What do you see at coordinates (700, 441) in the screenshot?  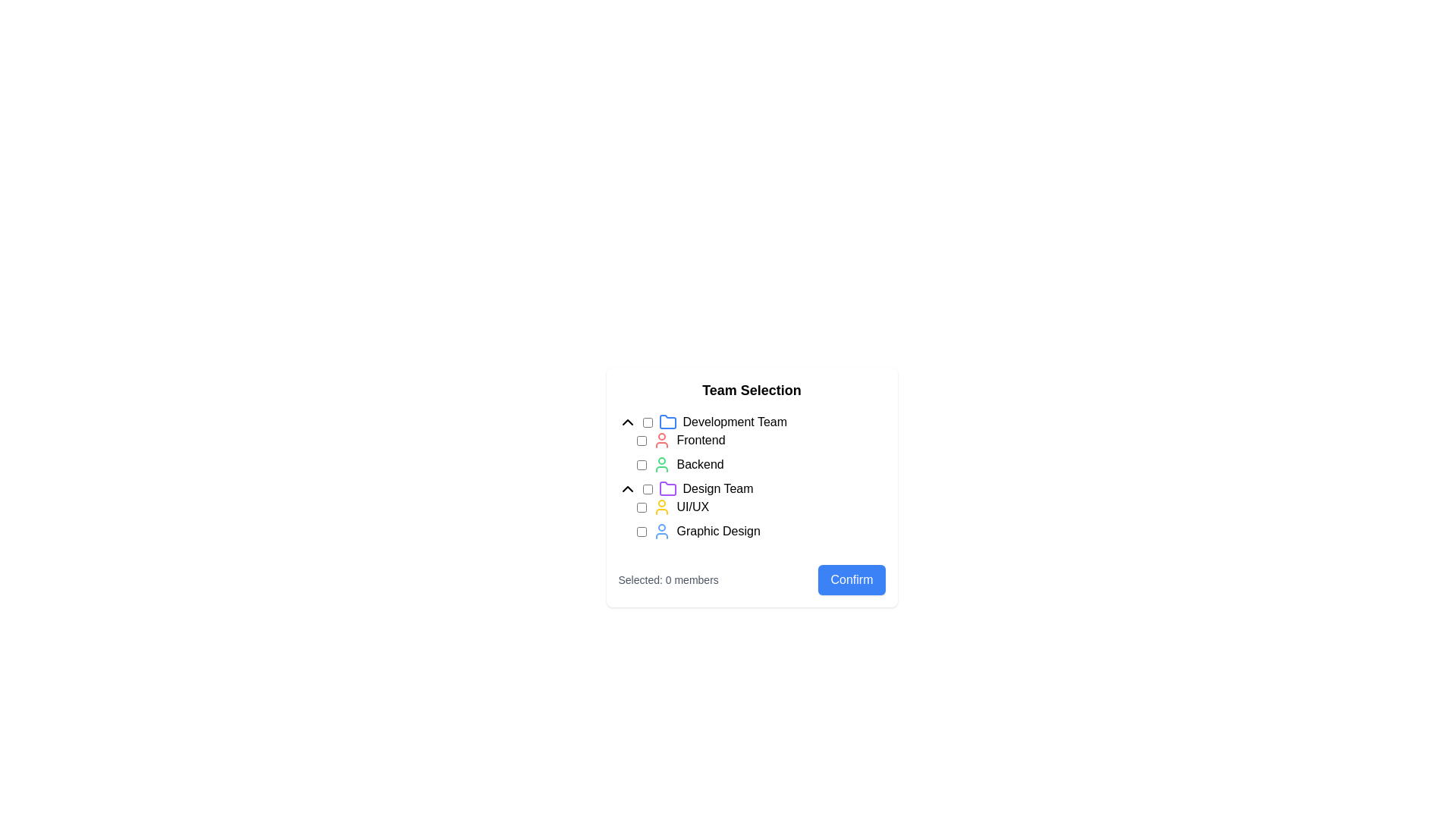 I see `the 'Frontend' text label, which is located in the second row under the 'Development Team' header, adjacent to a checkbox and a user-profile icon` at bounding box center [700, 441].